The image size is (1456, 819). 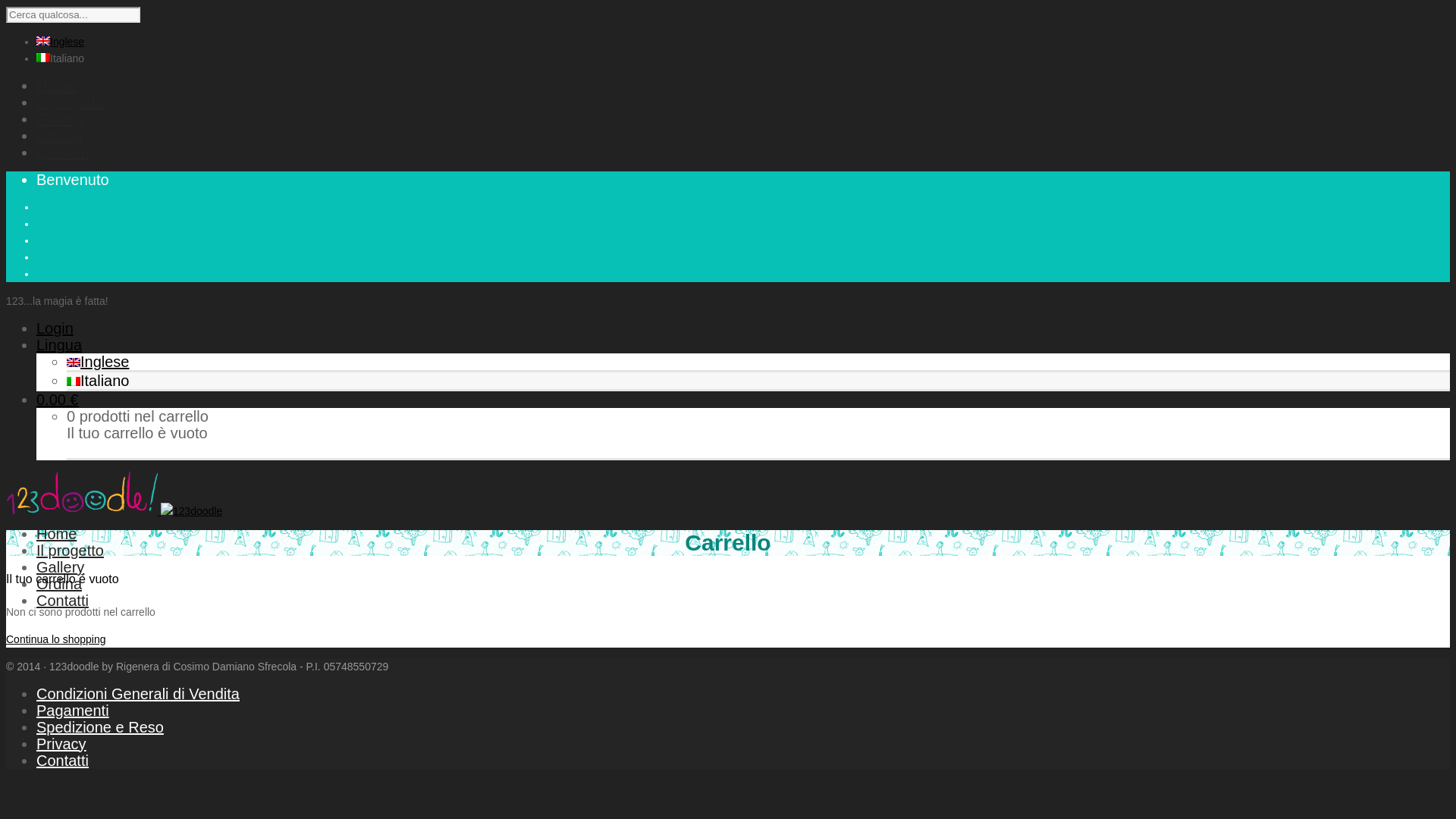 What do you see at coordinates (138, 693) in the screenshot?
I see `'Condizioni Generali di Vendita'` at bounding box center [138, 693].